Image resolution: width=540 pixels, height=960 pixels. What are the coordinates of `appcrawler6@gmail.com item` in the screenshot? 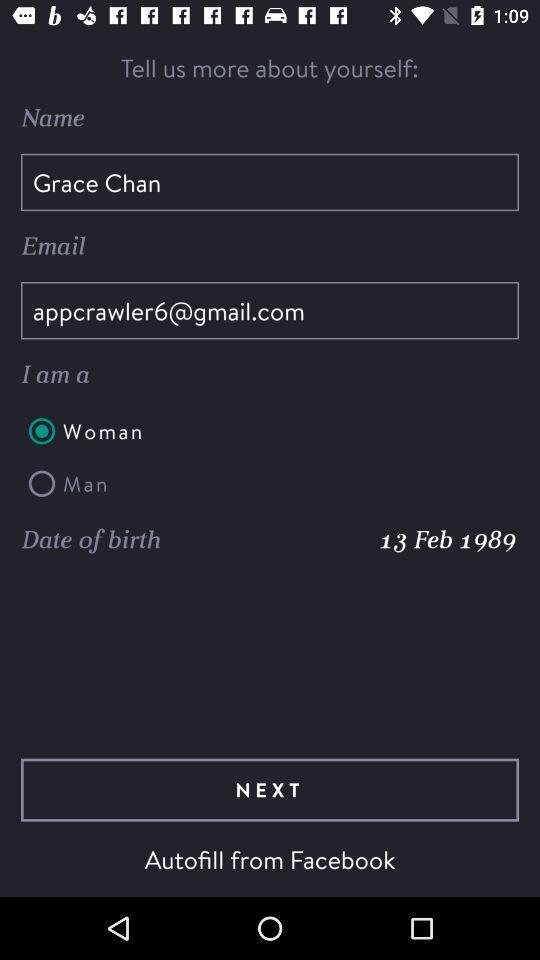 It's located at (270, 310).